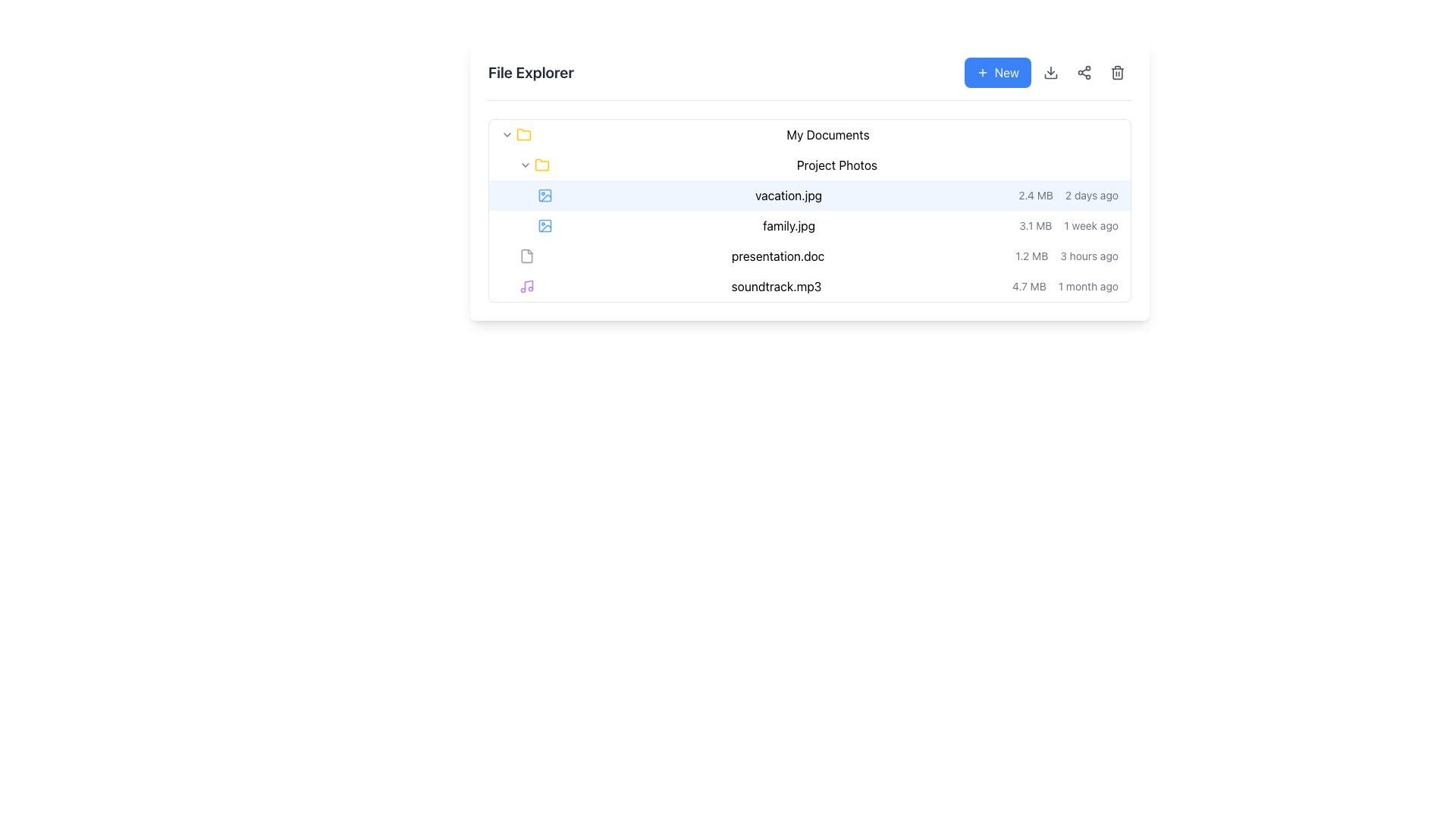 This screenshot has height=819, width=1456. Describe the element at coordinates (1050, 73) in the screenshot. I see `the download button located in the top-right section of the interface, directly to the right of the blue 'New' button and left of the 'Share' button with a connected-dots icon, to initiate a download` at that location.